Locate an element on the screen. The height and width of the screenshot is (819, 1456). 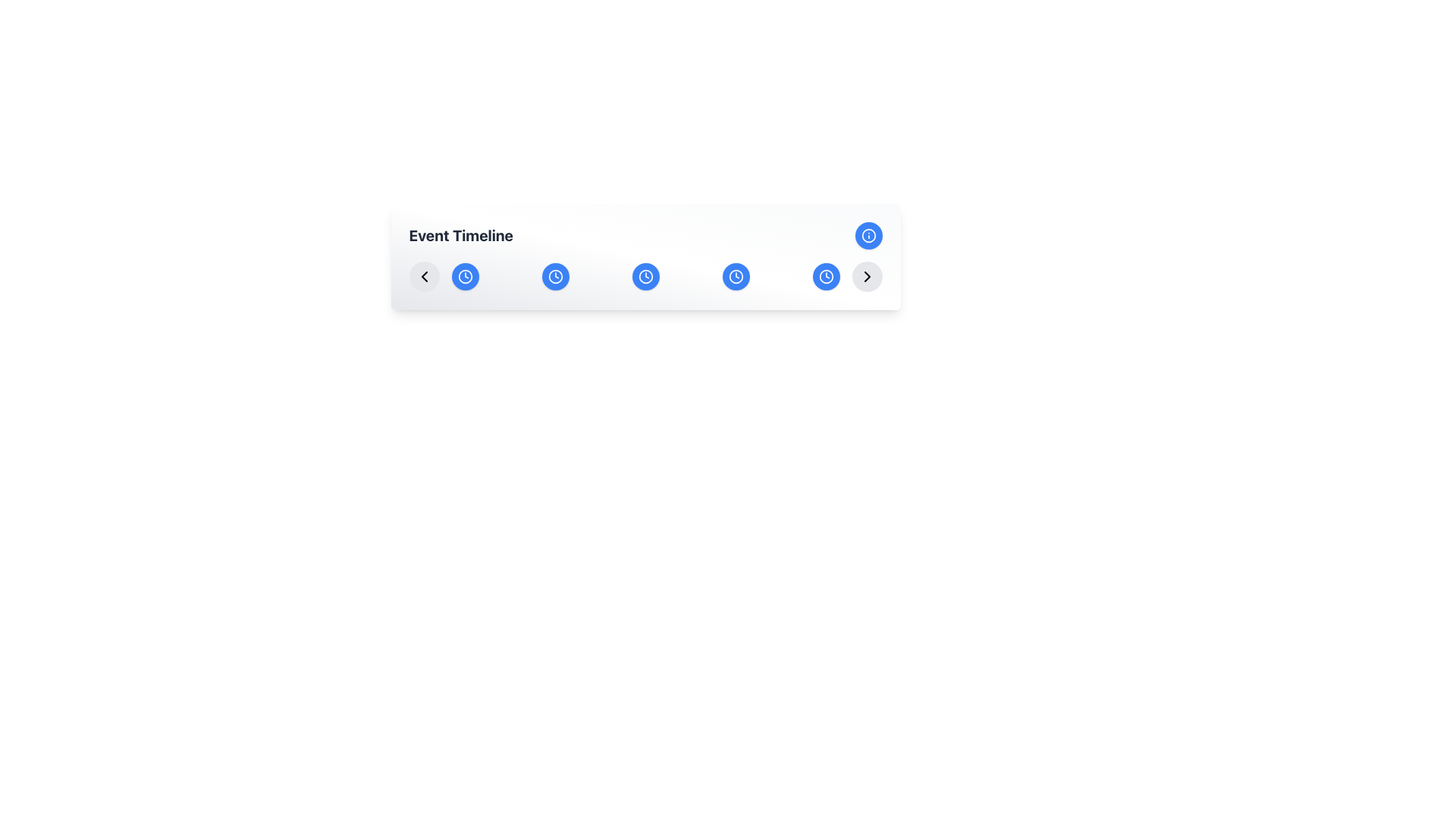
the third circular icon in the Event Timeline section, which visually represents a specific entry in the timeline is located at coordinates (645, 277).